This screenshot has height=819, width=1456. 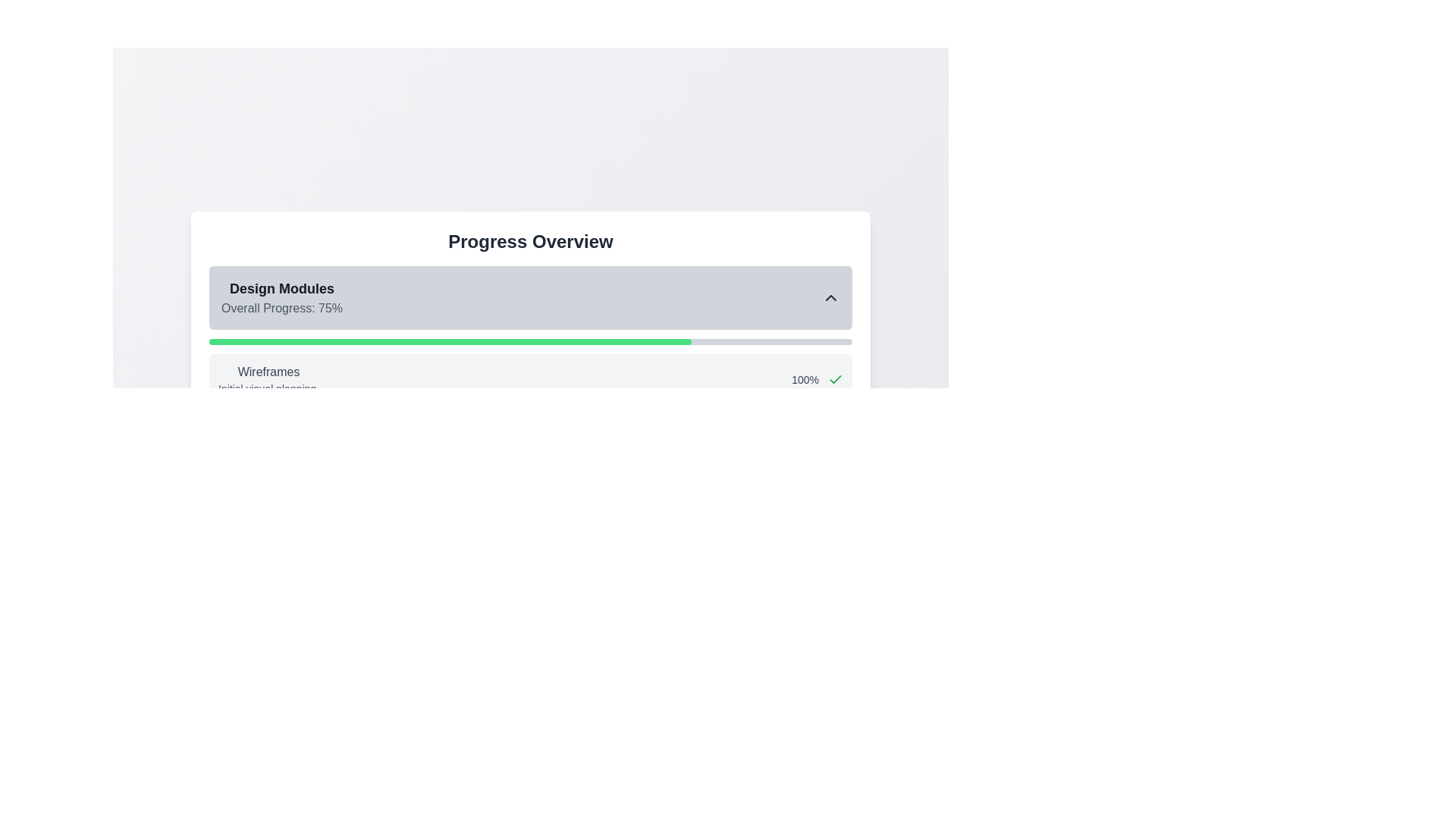 What do you see at coordinates (268, 388) in the screenshot?
I see `the descriptive text label located below the 'Wireframes' item in the 'Progress Overview' card` at bounding box center [268, 388].